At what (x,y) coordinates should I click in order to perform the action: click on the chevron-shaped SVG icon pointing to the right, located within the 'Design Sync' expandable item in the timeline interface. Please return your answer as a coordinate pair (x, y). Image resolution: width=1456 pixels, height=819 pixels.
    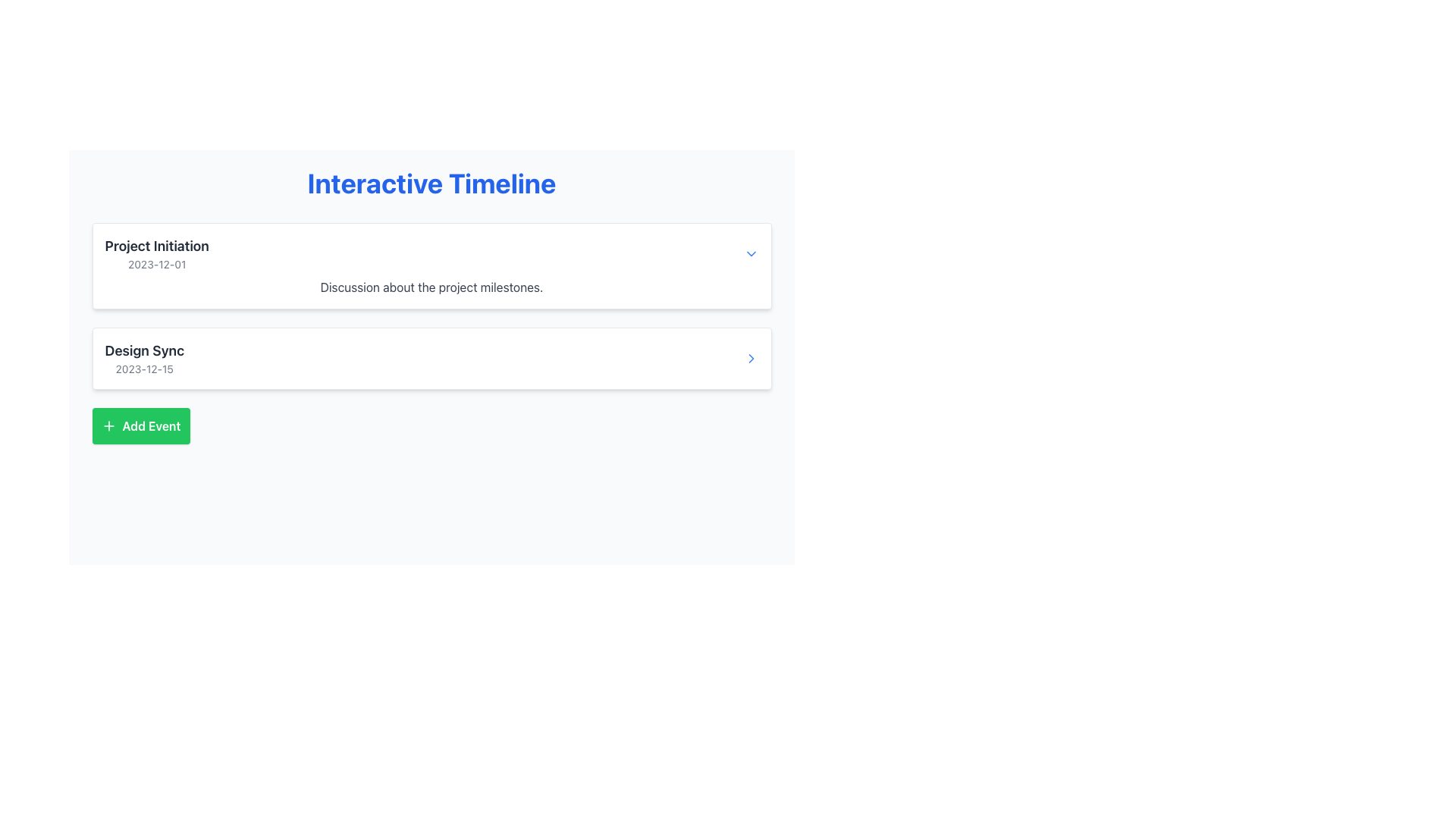
    Looking at the image, I should click on (751, 359).